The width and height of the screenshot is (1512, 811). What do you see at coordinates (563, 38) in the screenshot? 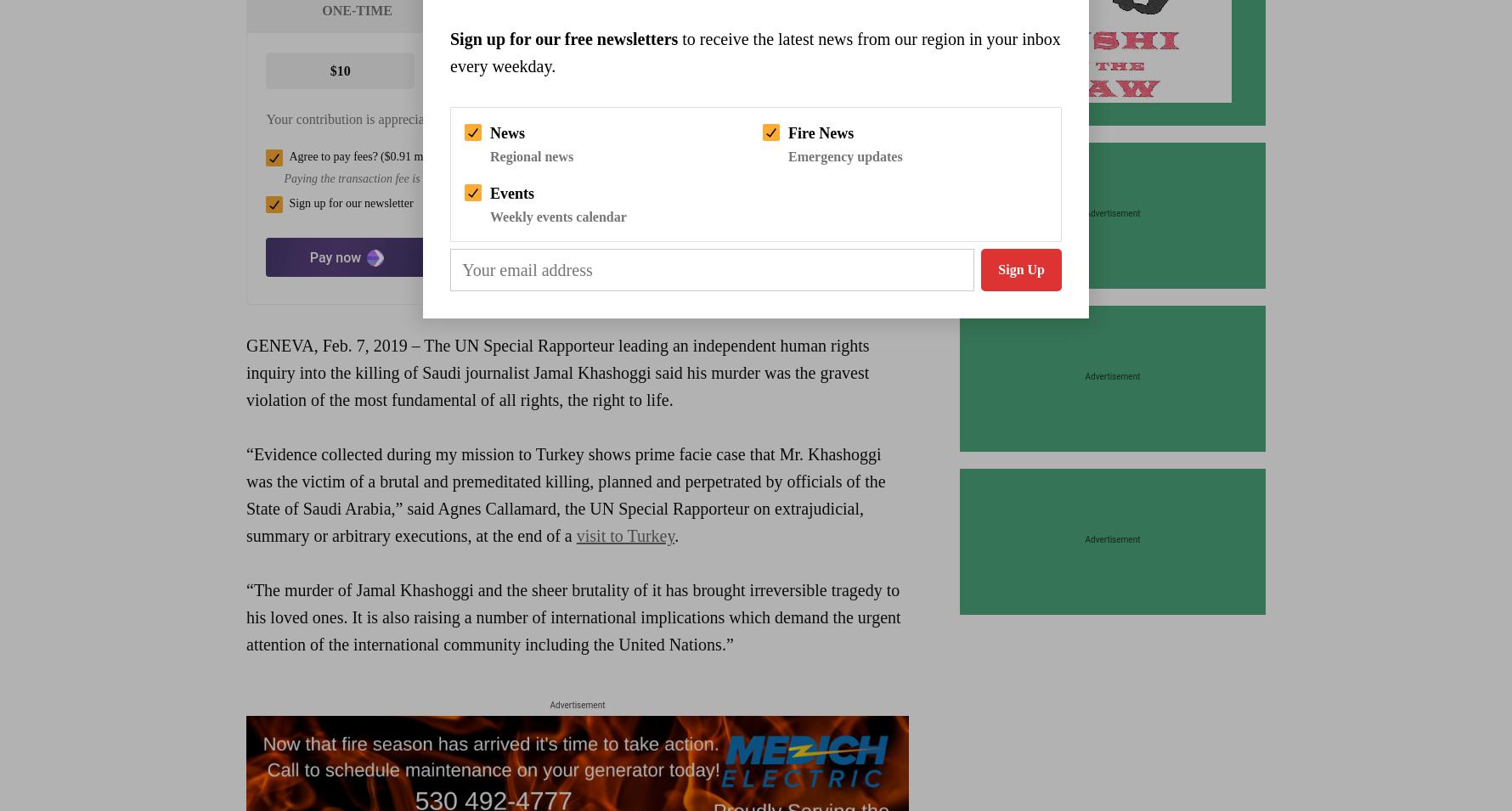
I see `'Sign up for our free newsletters'` at bounding box center [563, 38].